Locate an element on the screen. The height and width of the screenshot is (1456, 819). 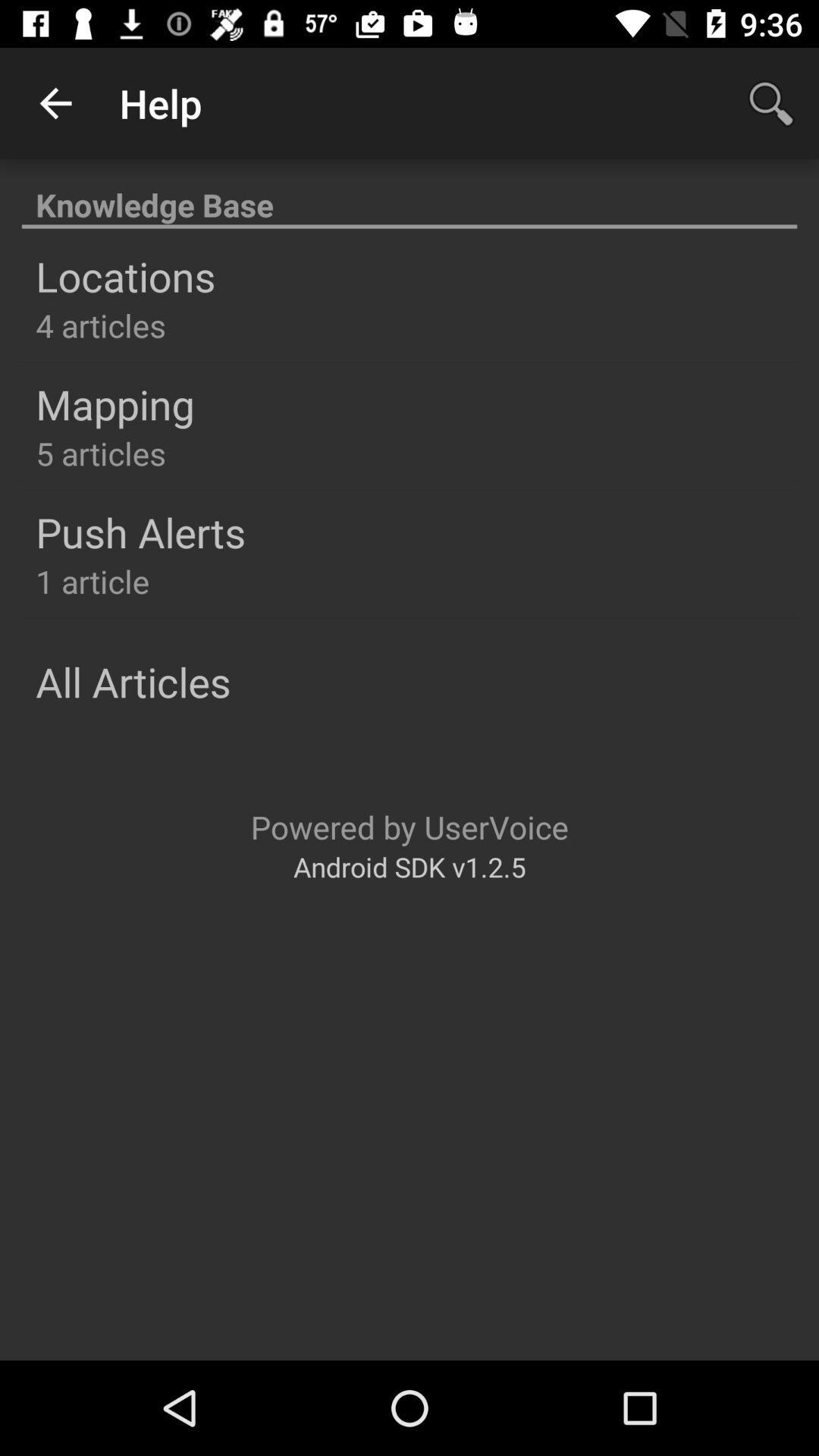
item below the all articles item is located at coordinates (409, 826).